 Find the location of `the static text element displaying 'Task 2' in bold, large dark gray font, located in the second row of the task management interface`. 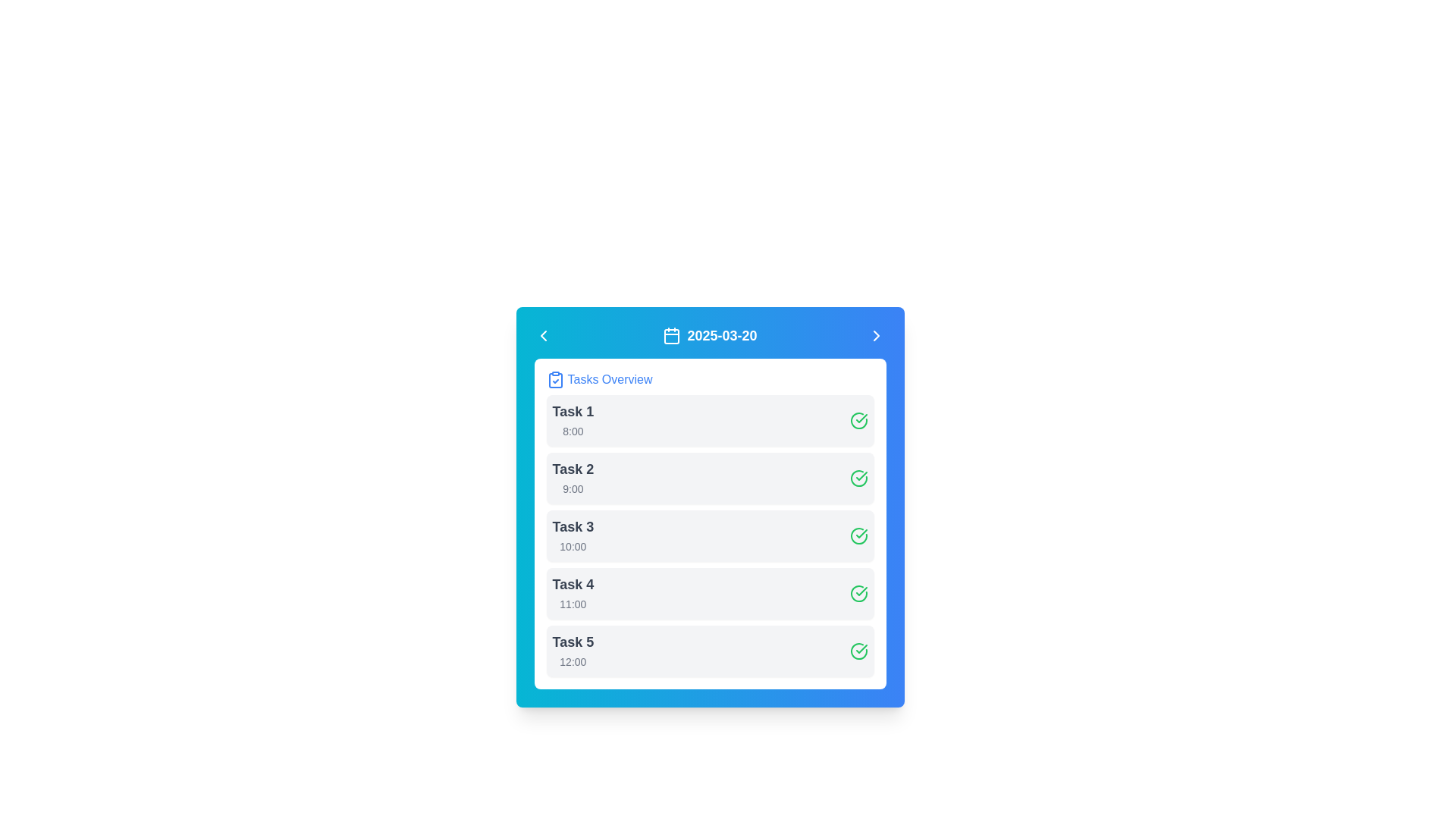

the static text element displaying 'Task 2' in bold, large dark gray font, located in the second row of the task management interface is located at coordinates (572, 468).